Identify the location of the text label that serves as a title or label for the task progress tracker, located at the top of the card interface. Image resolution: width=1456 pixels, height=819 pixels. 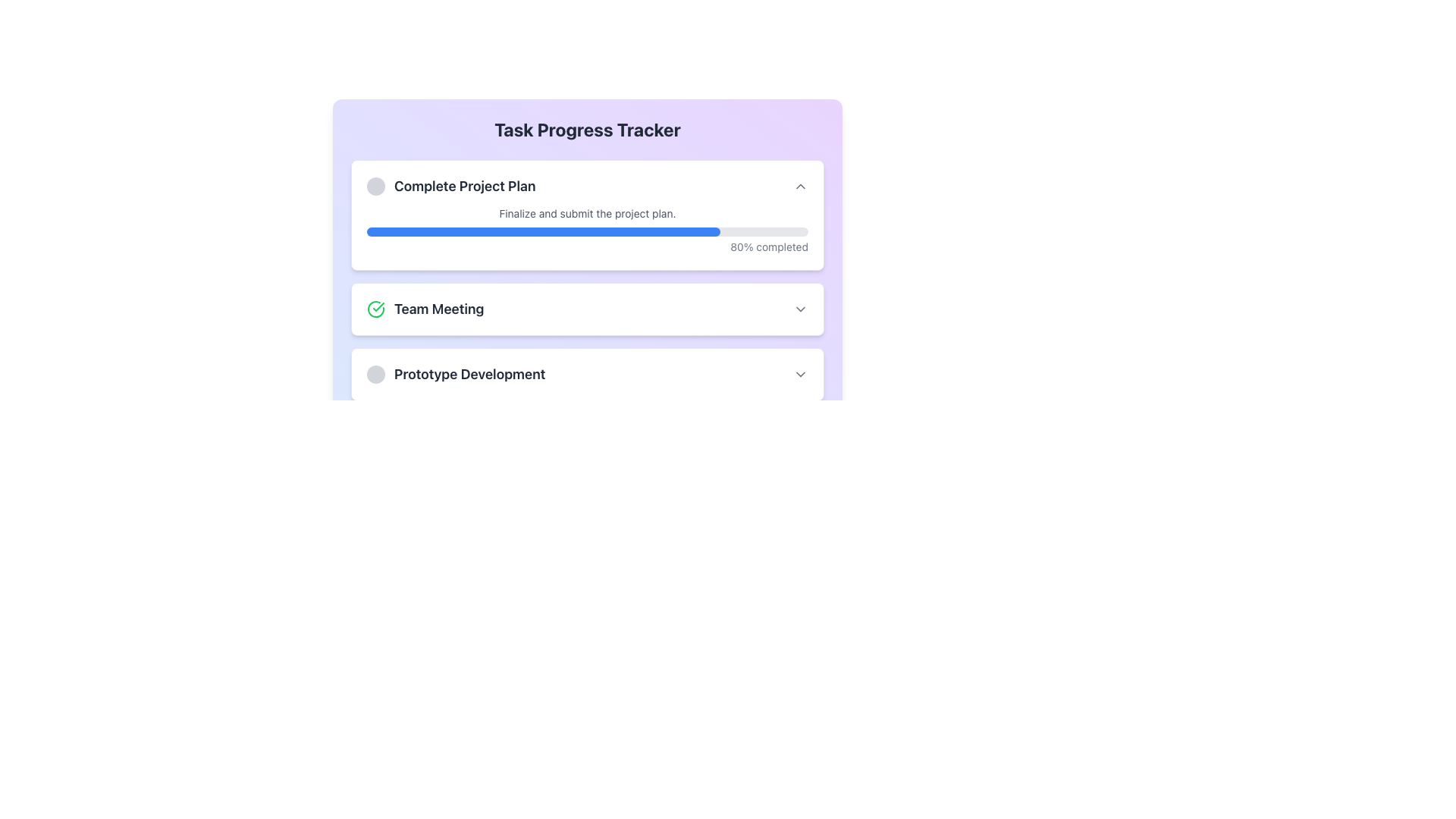
(586, 128).